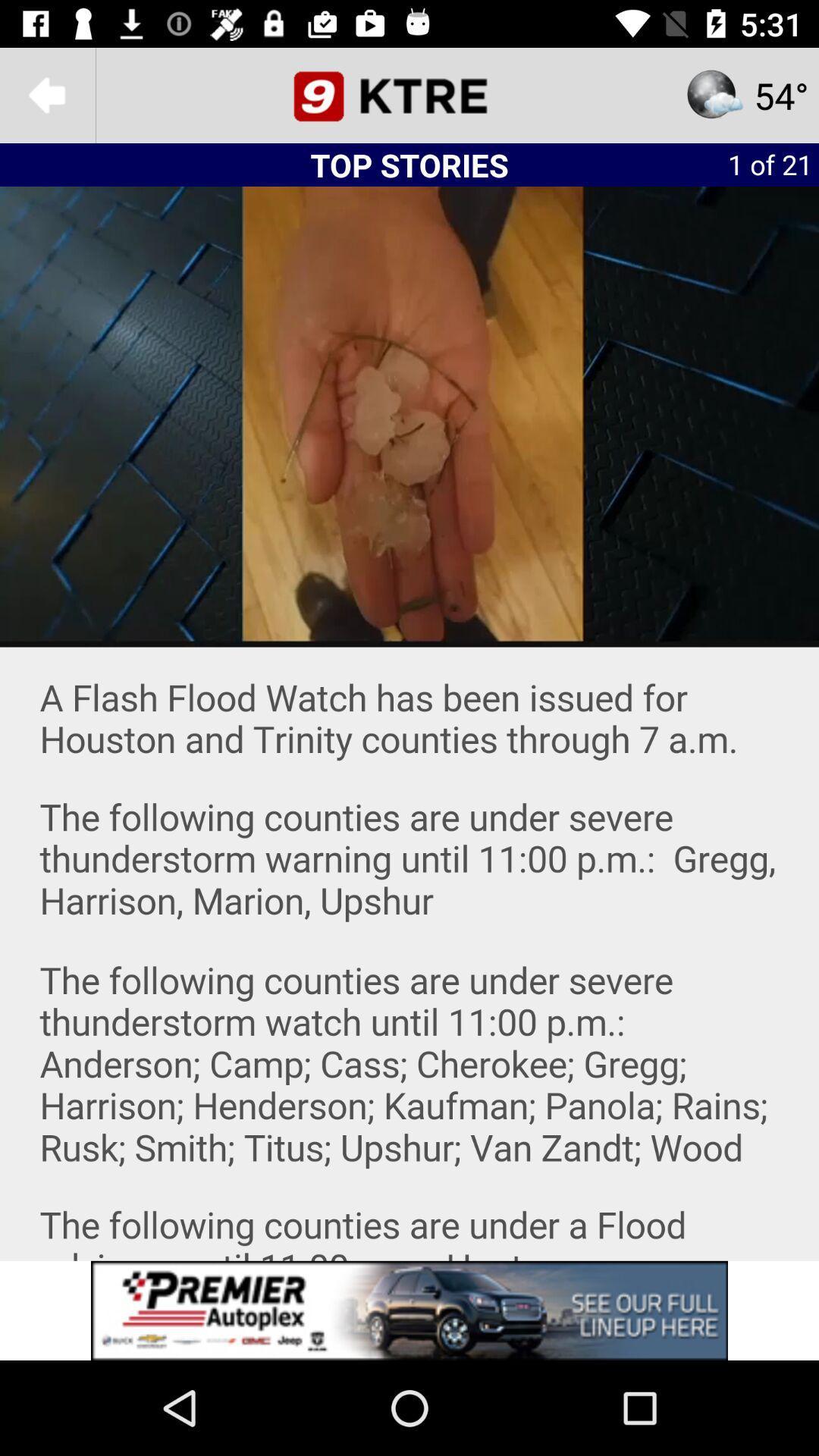  I want to click on screen page, so click(409, 1310).